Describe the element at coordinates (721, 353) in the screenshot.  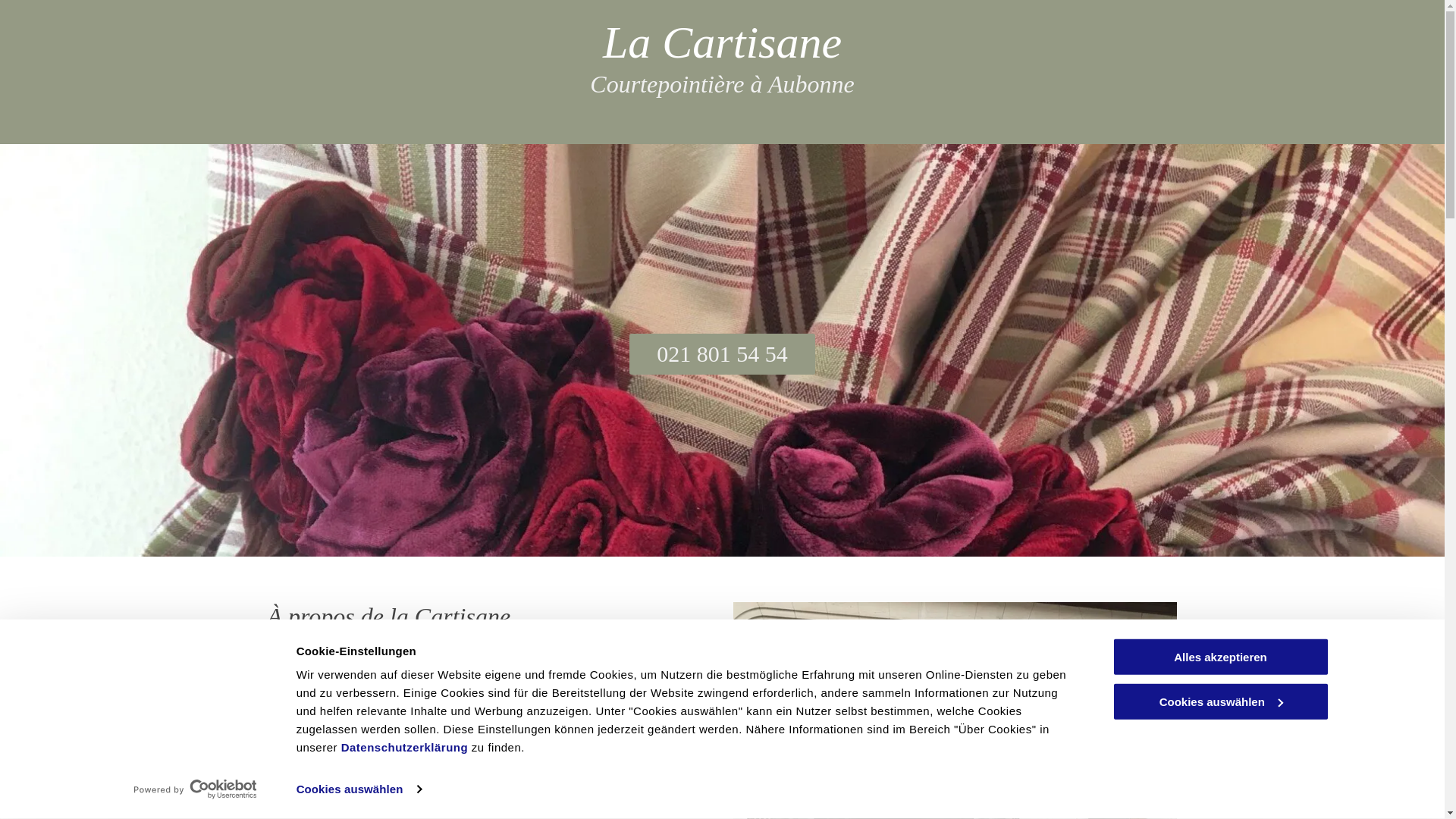
I see `'021 801 54 54'` at that location.